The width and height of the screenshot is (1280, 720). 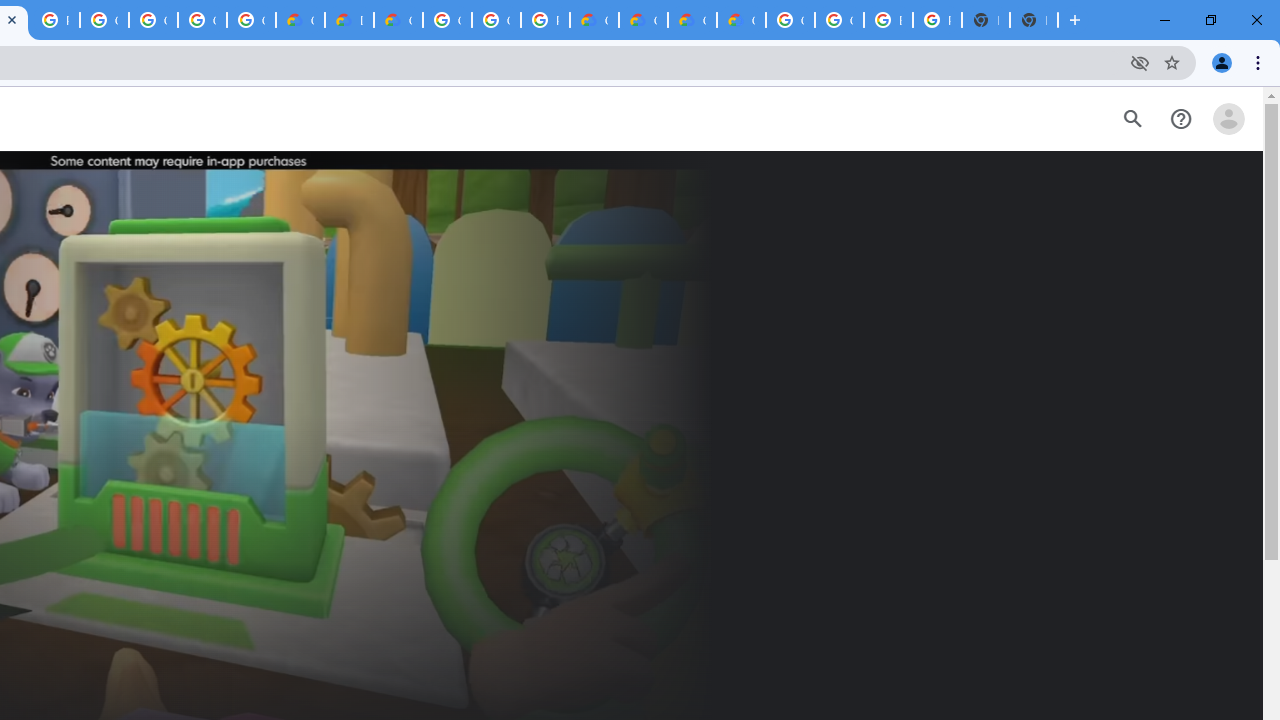 What do you see at coordinates (1227, 119) in the screenshot?
I see `'Open account menu'` at bounding box center [1227, 119].